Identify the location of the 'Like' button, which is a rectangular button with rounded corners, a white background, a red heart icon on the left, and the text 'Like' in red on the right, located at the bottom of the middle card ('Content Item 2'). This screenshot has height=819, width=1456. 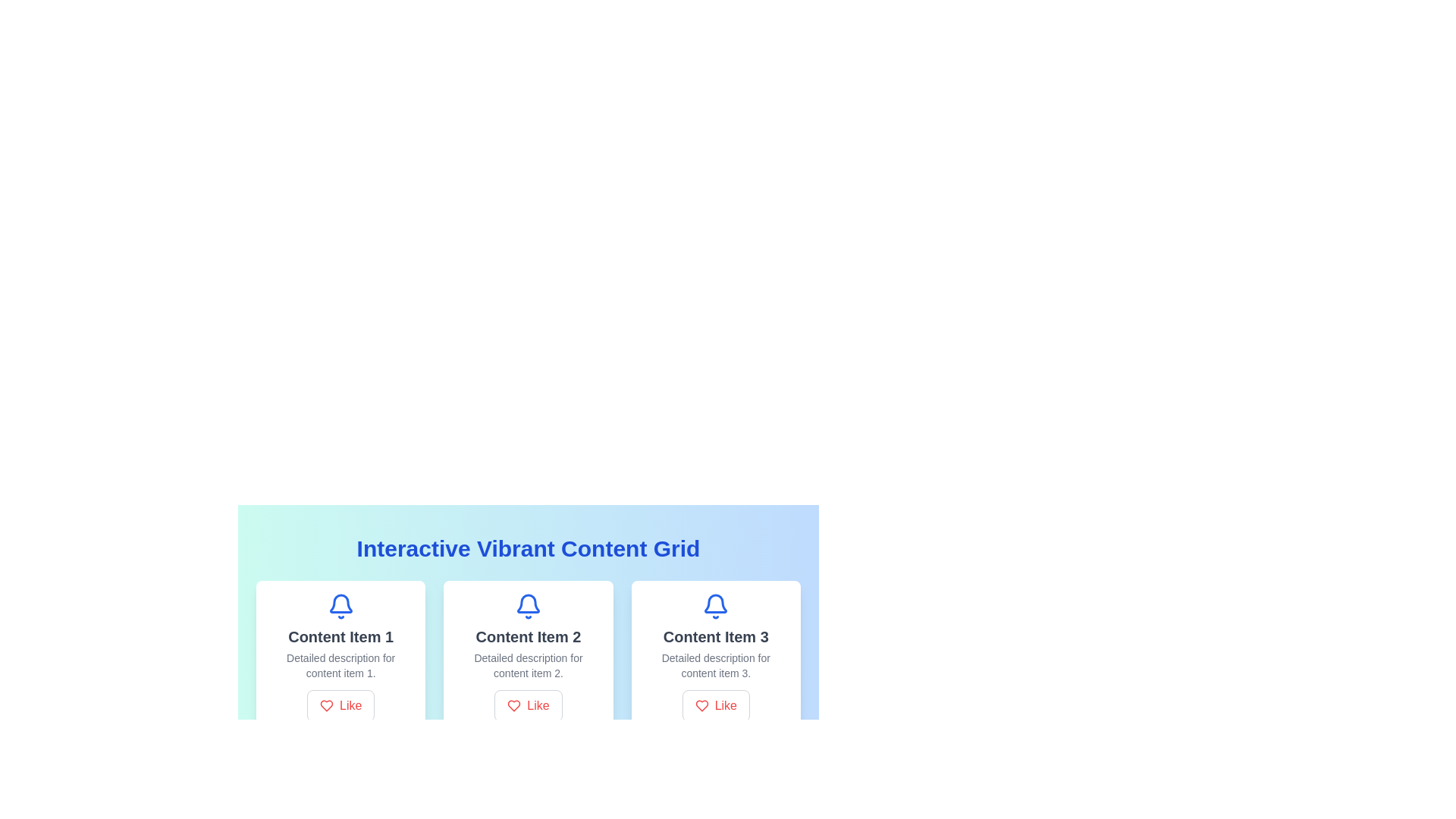
(528, 705).